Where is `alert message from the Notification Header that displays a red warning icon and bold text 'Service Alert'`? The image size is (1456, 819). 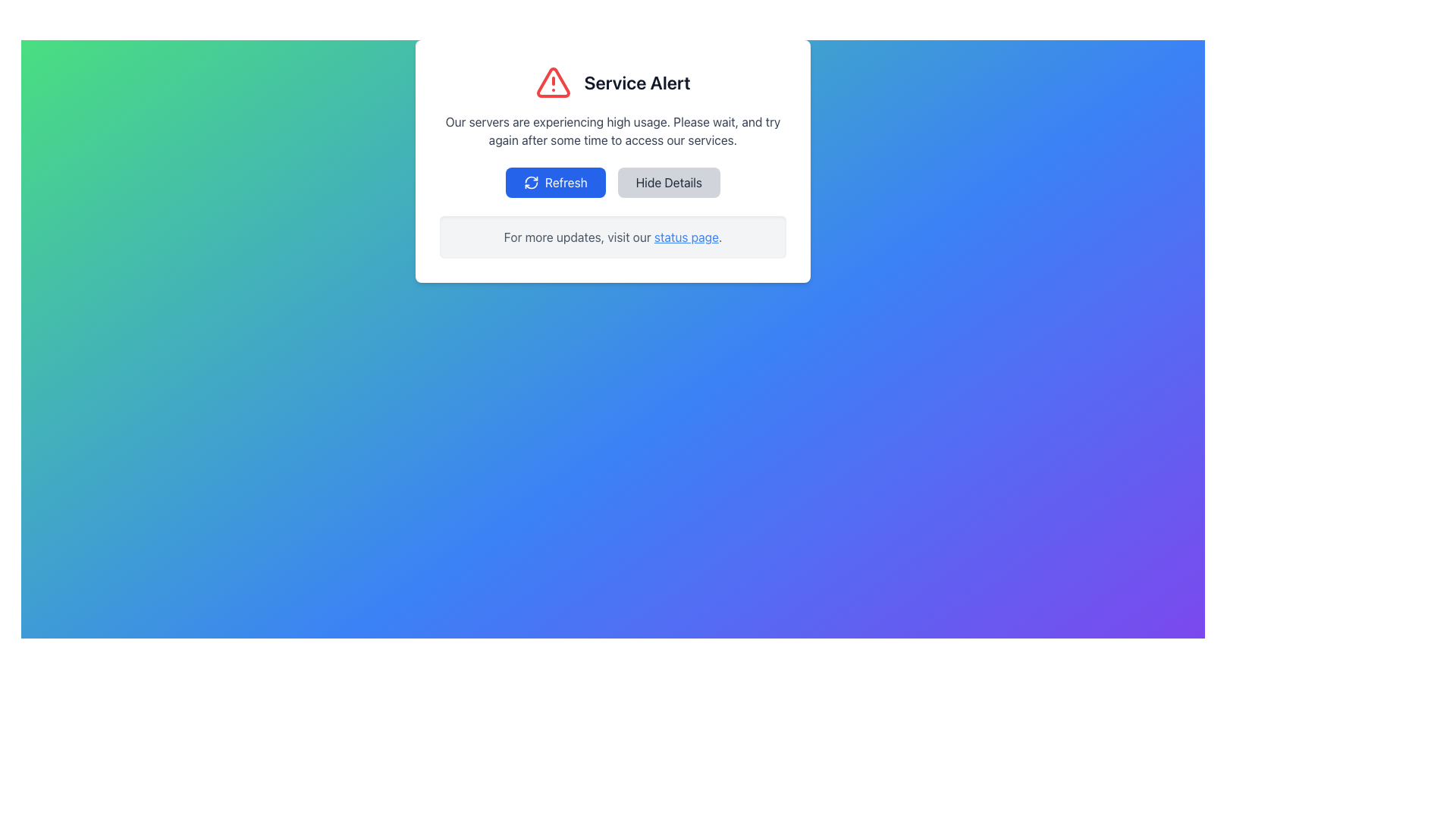
alert message from the Notification Header that displays a red warning icon and bold text 'Service Alert' is located at coordinates (613, 82).